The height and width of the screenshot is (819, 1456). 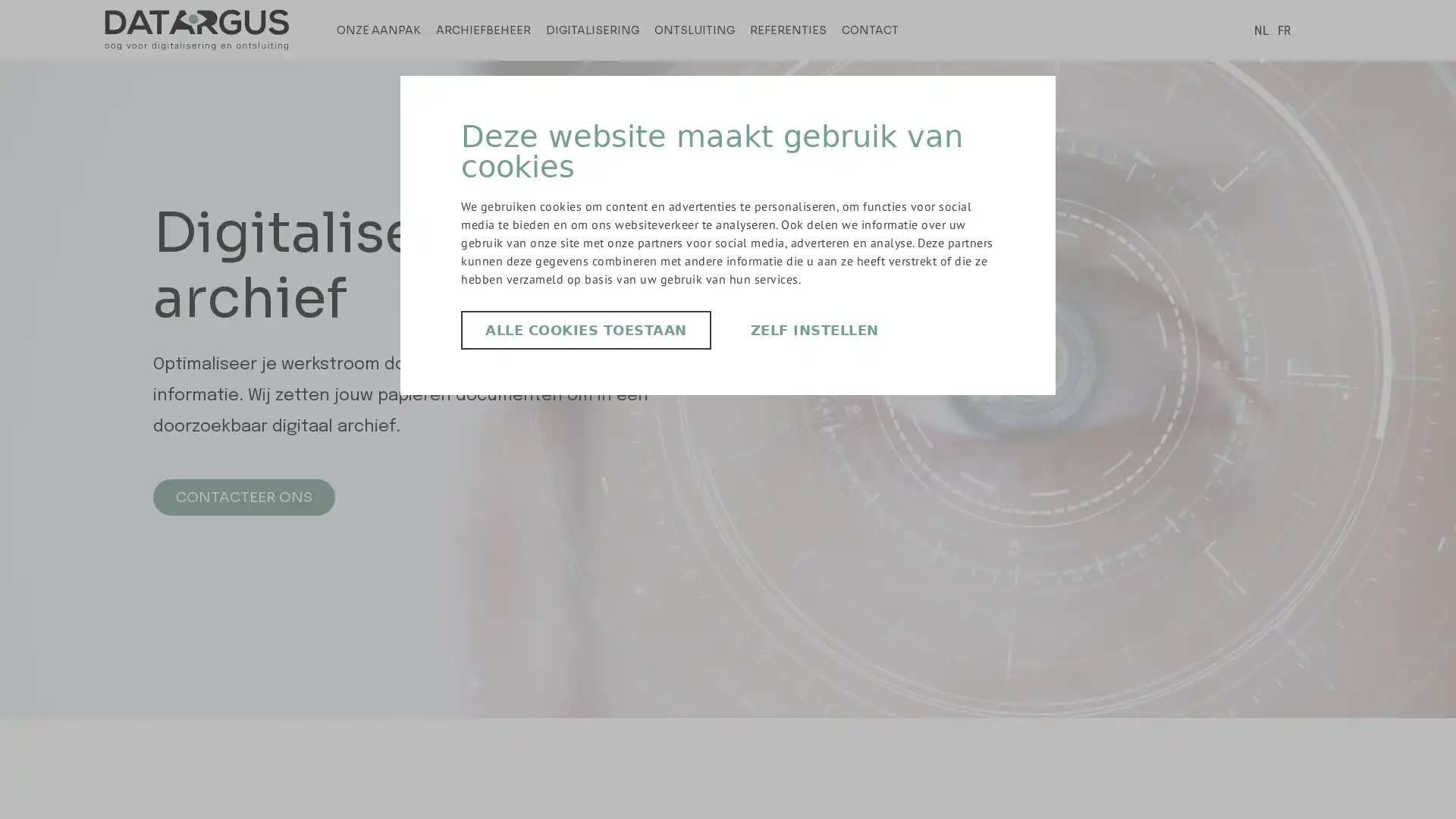 What do you see at coordinates (243, 497) in the screenshot?
I see `CONTACTEER ONS` at bounding box center [243, 497].